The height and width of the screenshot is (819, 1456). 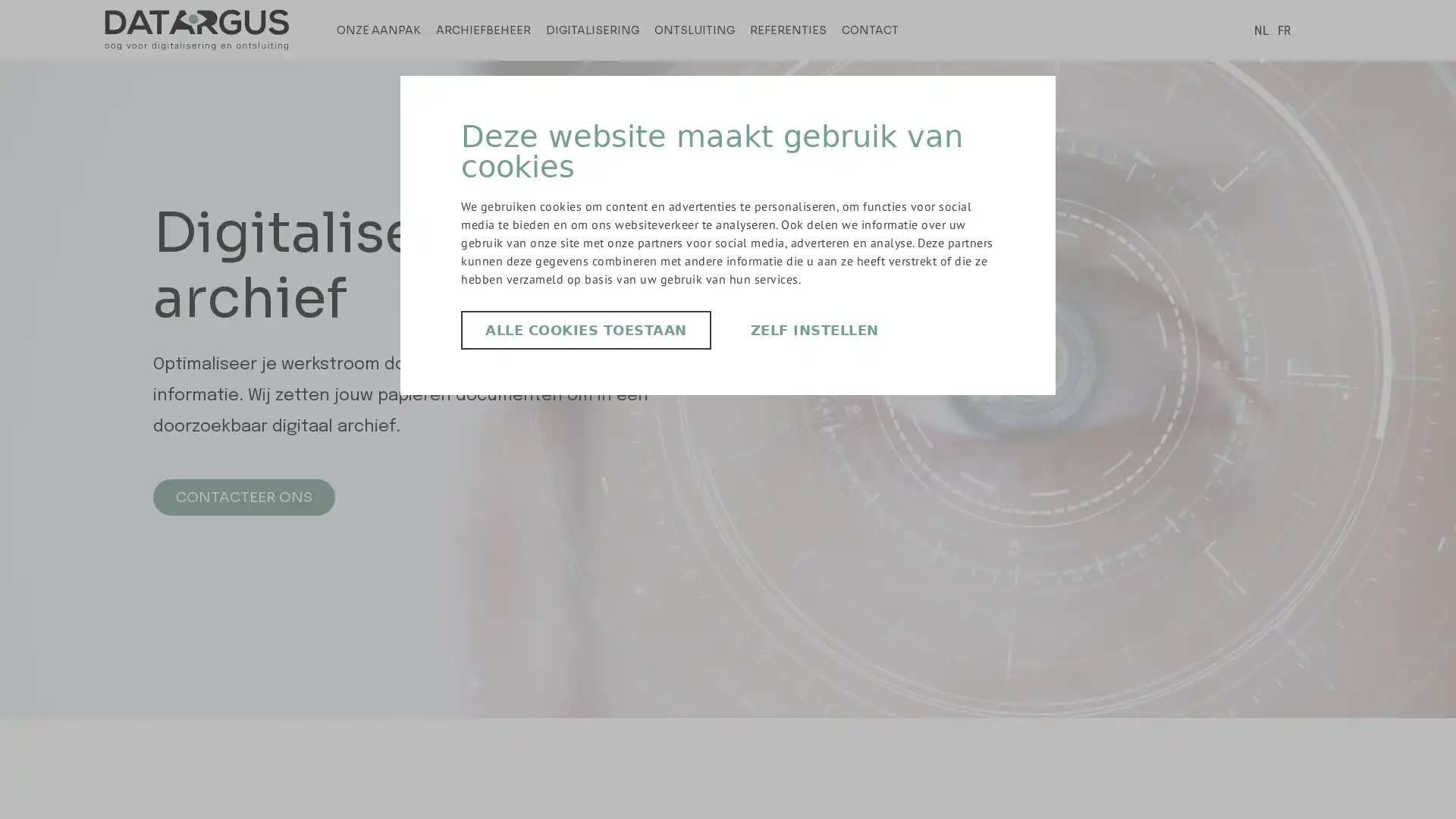 What do you see at coordinates (243, 497) in the screenshot?
I see `CONTACTEER ONS` at bounding box center [243, 497].